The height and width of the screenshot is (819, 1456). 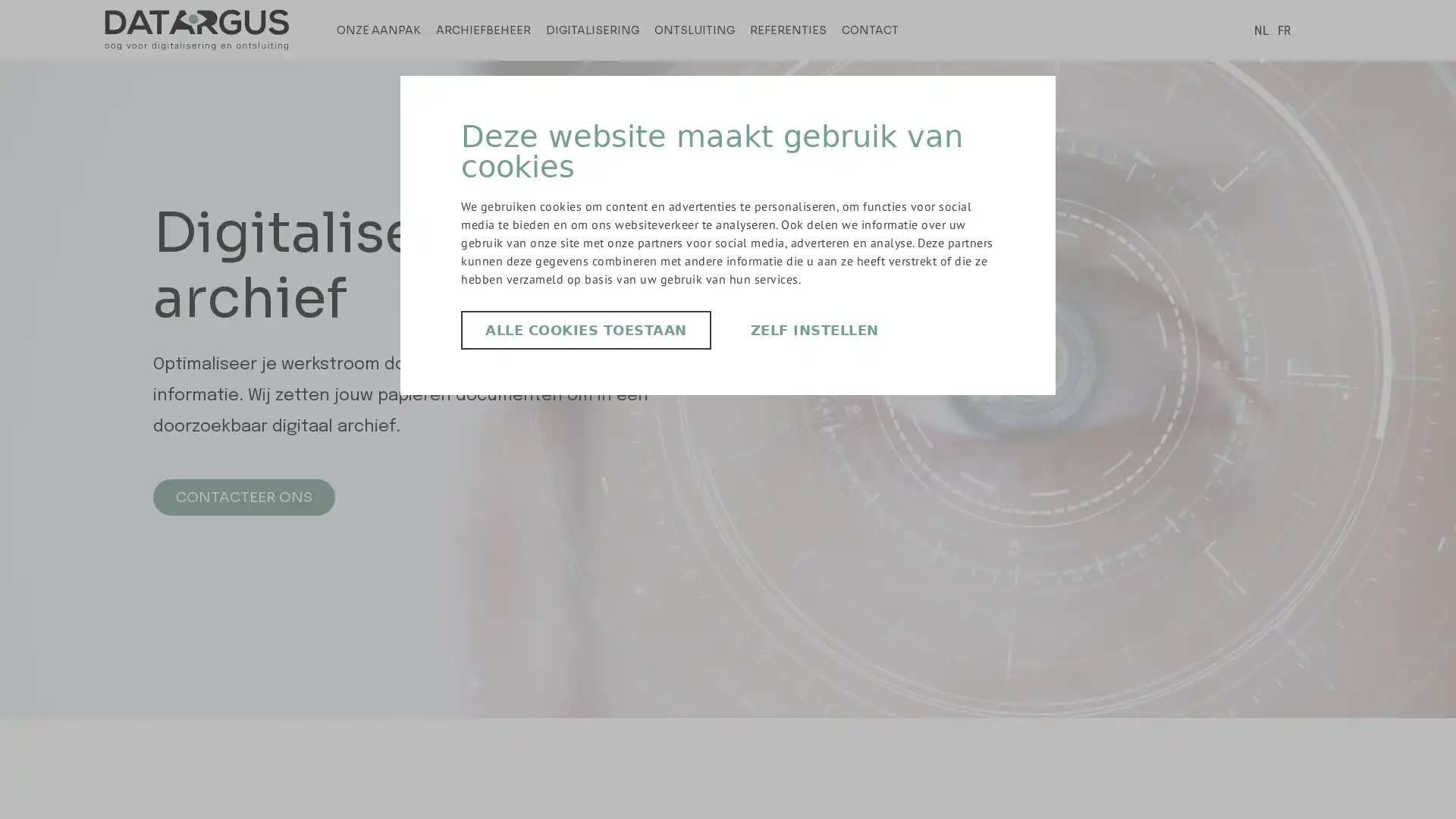 What do you see at coordinates (243, 497) in the screenshot?
I see `CONTACTEER ONS` at bounding box center [243, 497].